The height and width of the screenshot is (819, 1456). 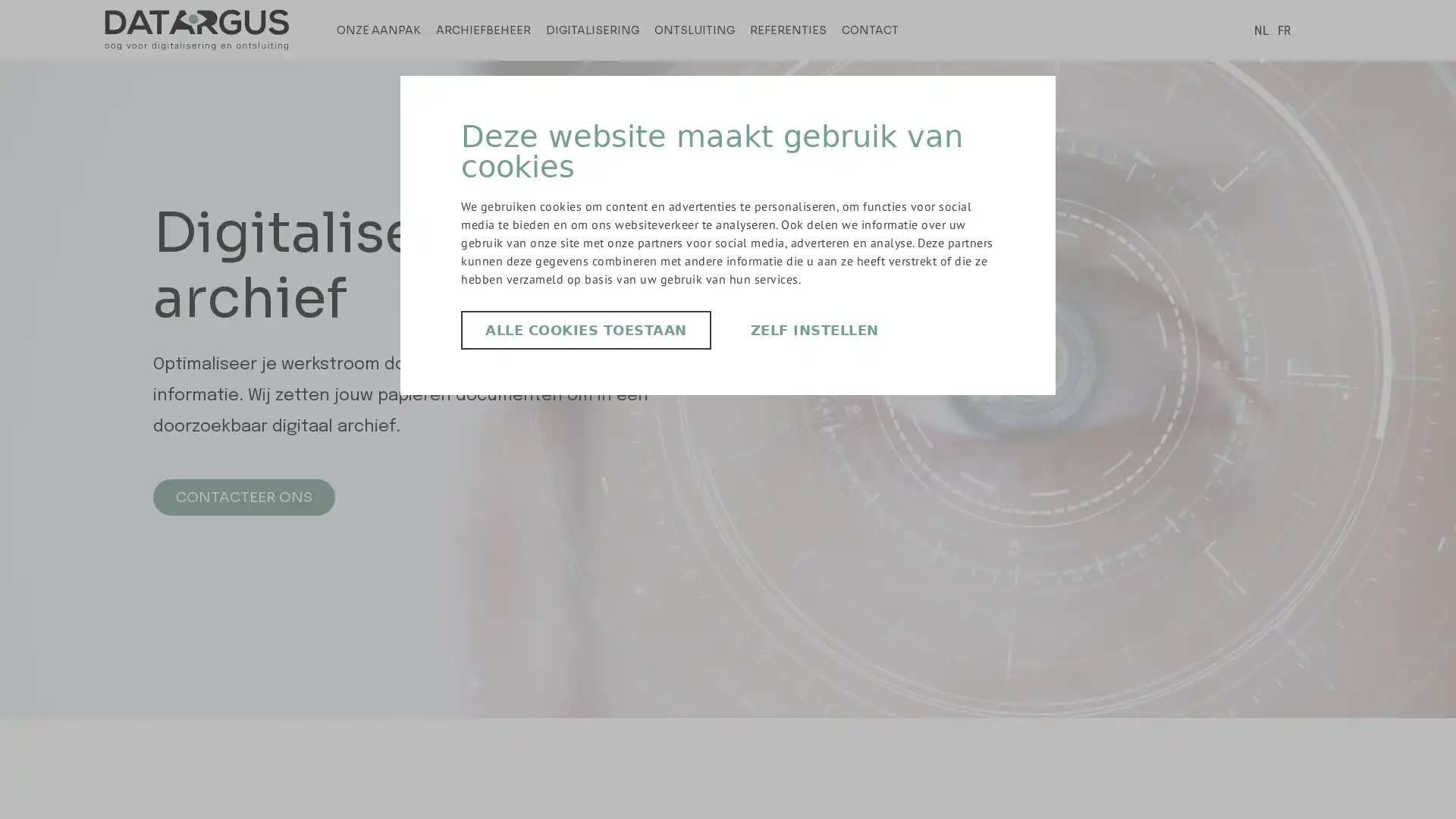 What do you see at coordinates (243, 497) in the screenshot?
I see `CONTACTEER ONS` at bounding box center [243, 497].